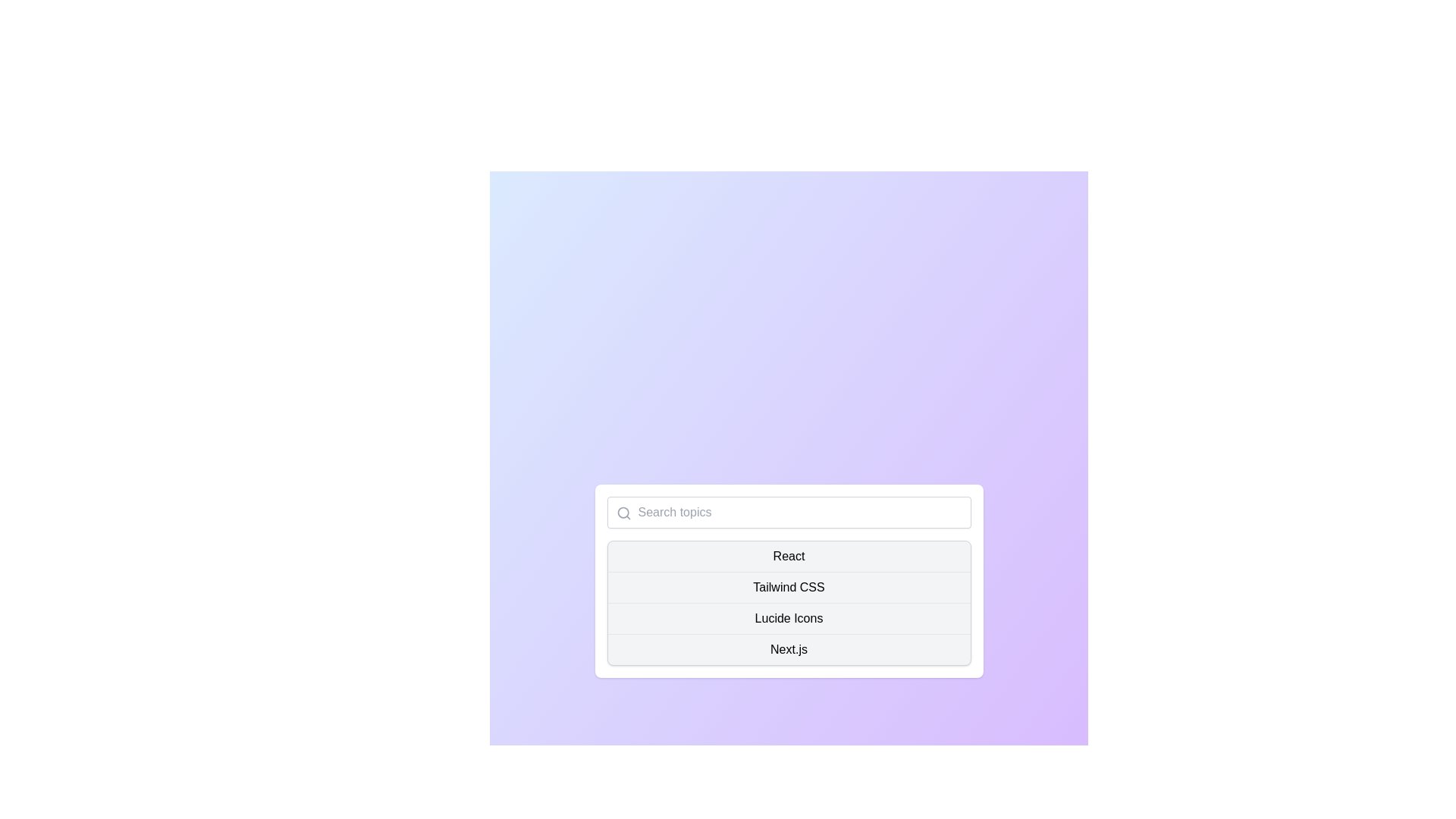 The height and width of the screenshot is (819, 1456). I want to click on the decorative icon located inside the horizontal search bar to the left of the placeholder text, so click(623, 512).